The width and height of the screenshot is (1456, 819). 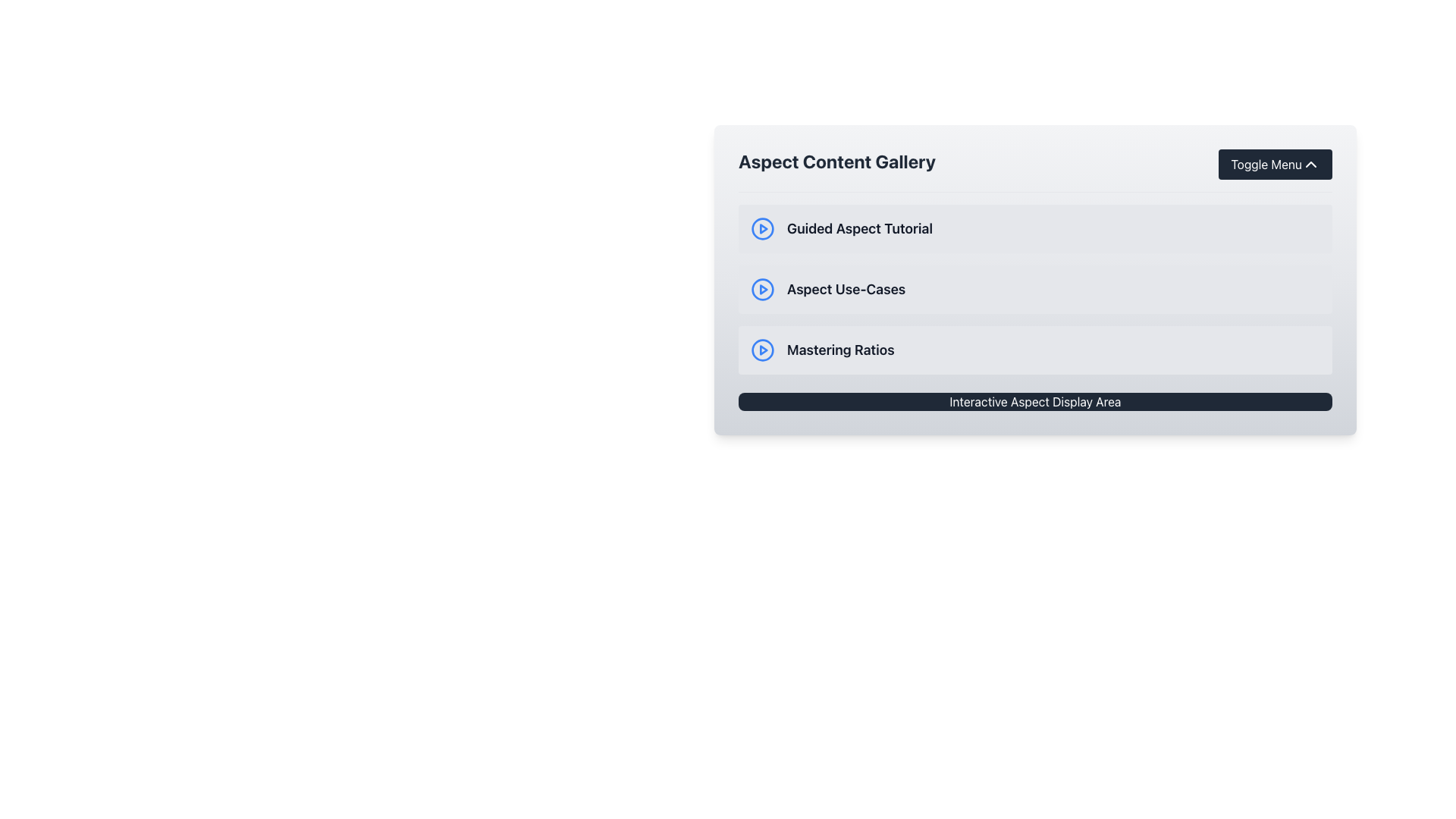 I want to click on text label 'Mastering Ratios' which is styled in bold with dark color against a light background, located in the third row of a list, to the right of a circular play icon, so click(x=839, y=350).